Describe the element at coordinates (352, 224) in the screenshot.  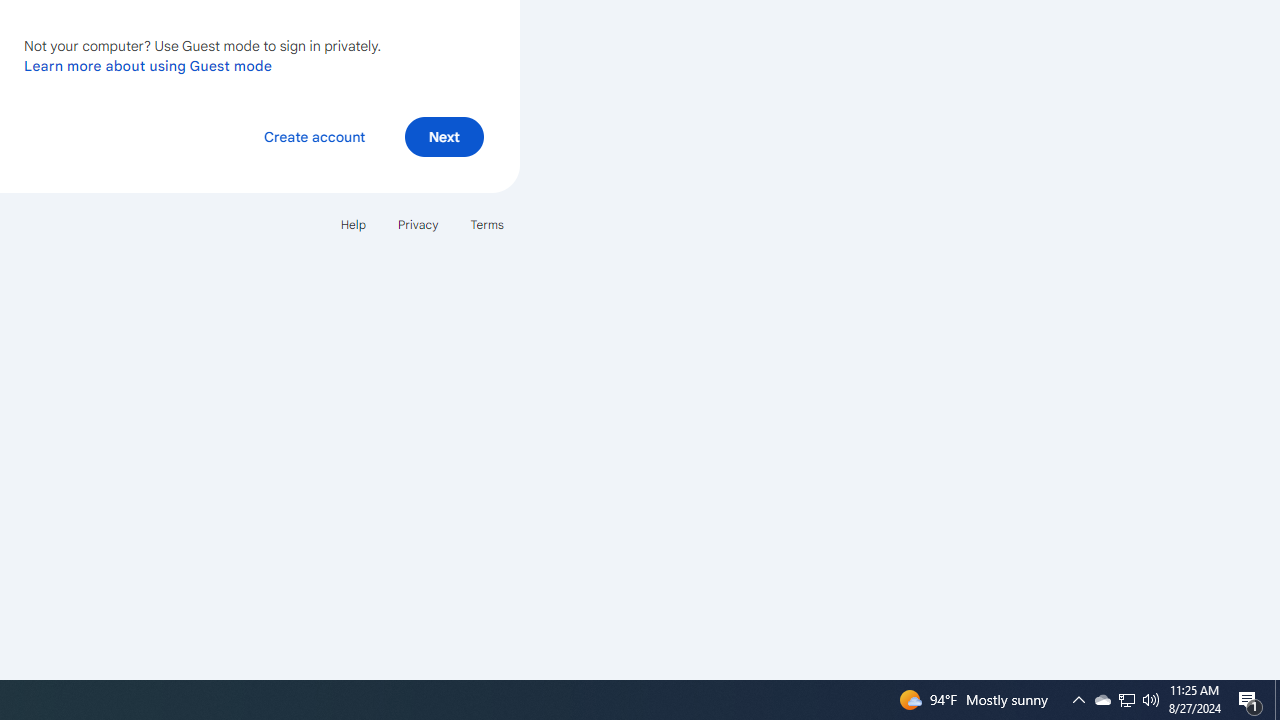
I see `'Help'` at that location.